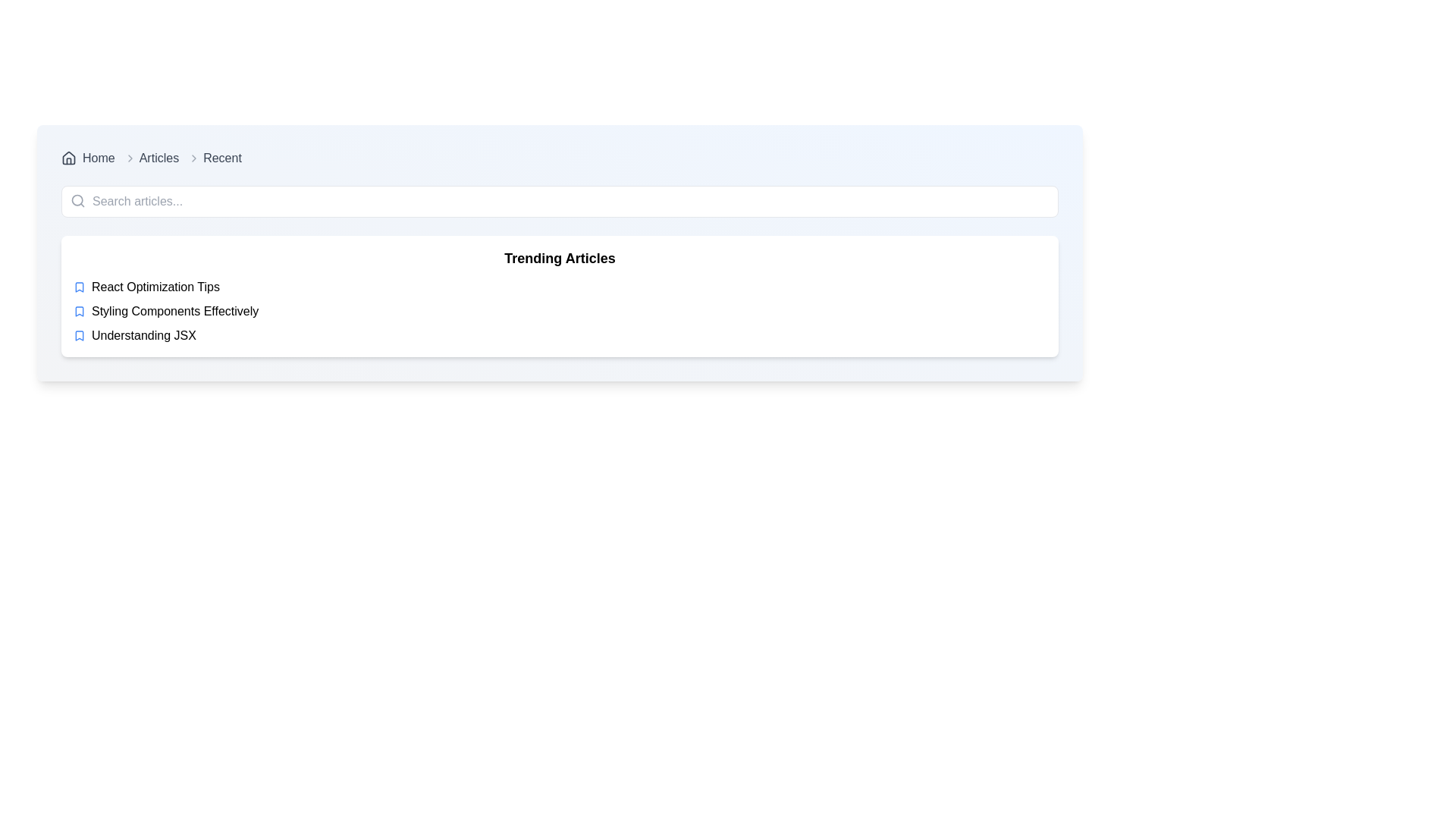  What do you see at coordinates (212, 158) in the screenshot?
I see `the Breadcrumb link, which is the final link in the breadcrumb navigation trail, to interact with the associated 'Recent' section` at bounding box center [212, 158].